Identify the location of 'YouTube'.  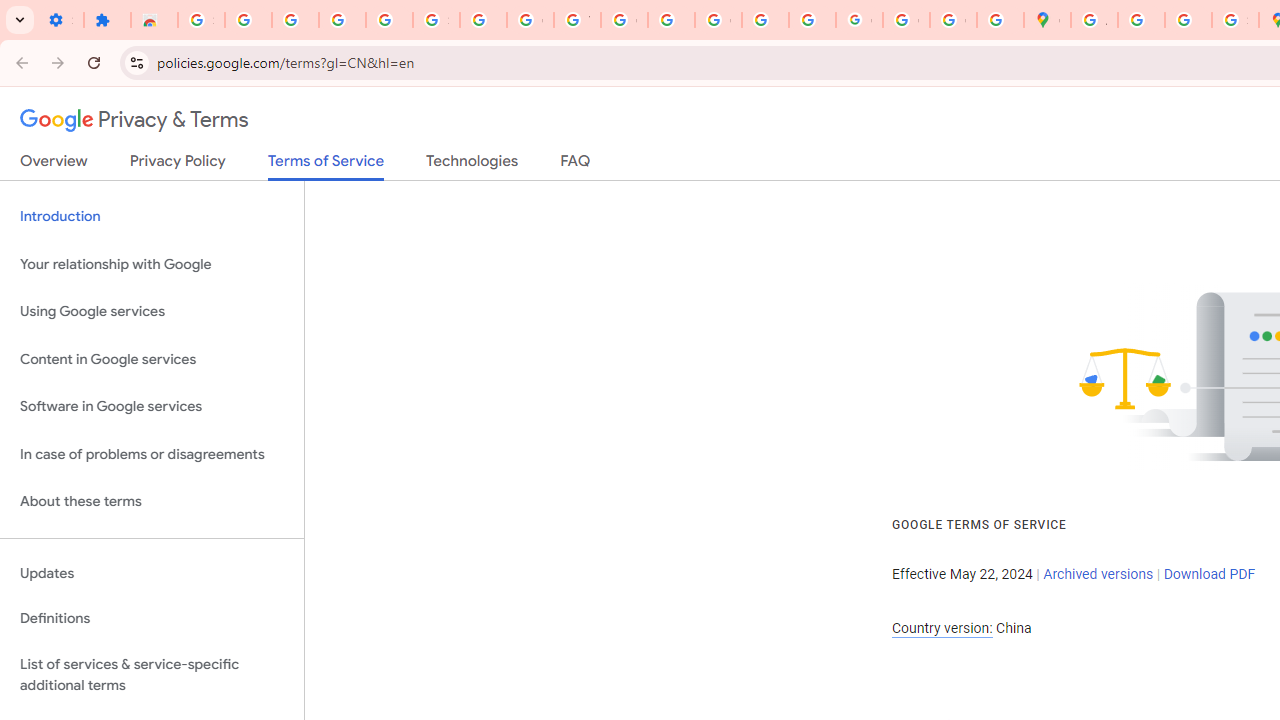
(576, 20).